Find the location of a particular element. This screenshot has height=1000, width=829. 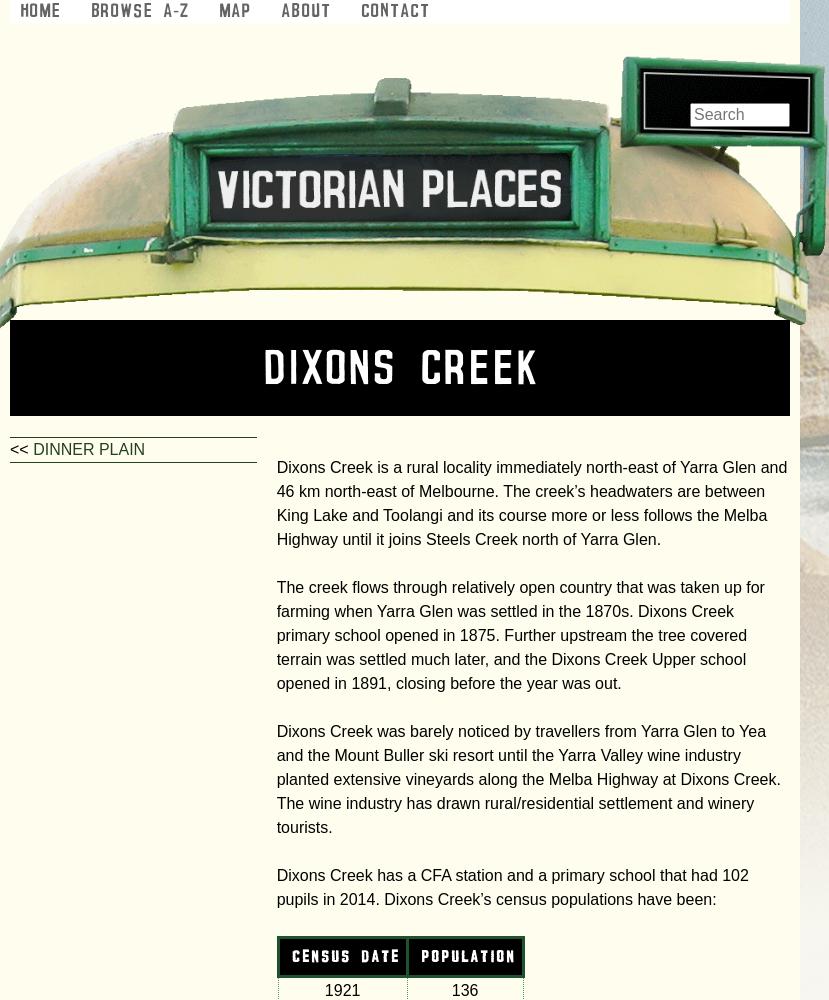

'population' is located at coordinates (418, 955).